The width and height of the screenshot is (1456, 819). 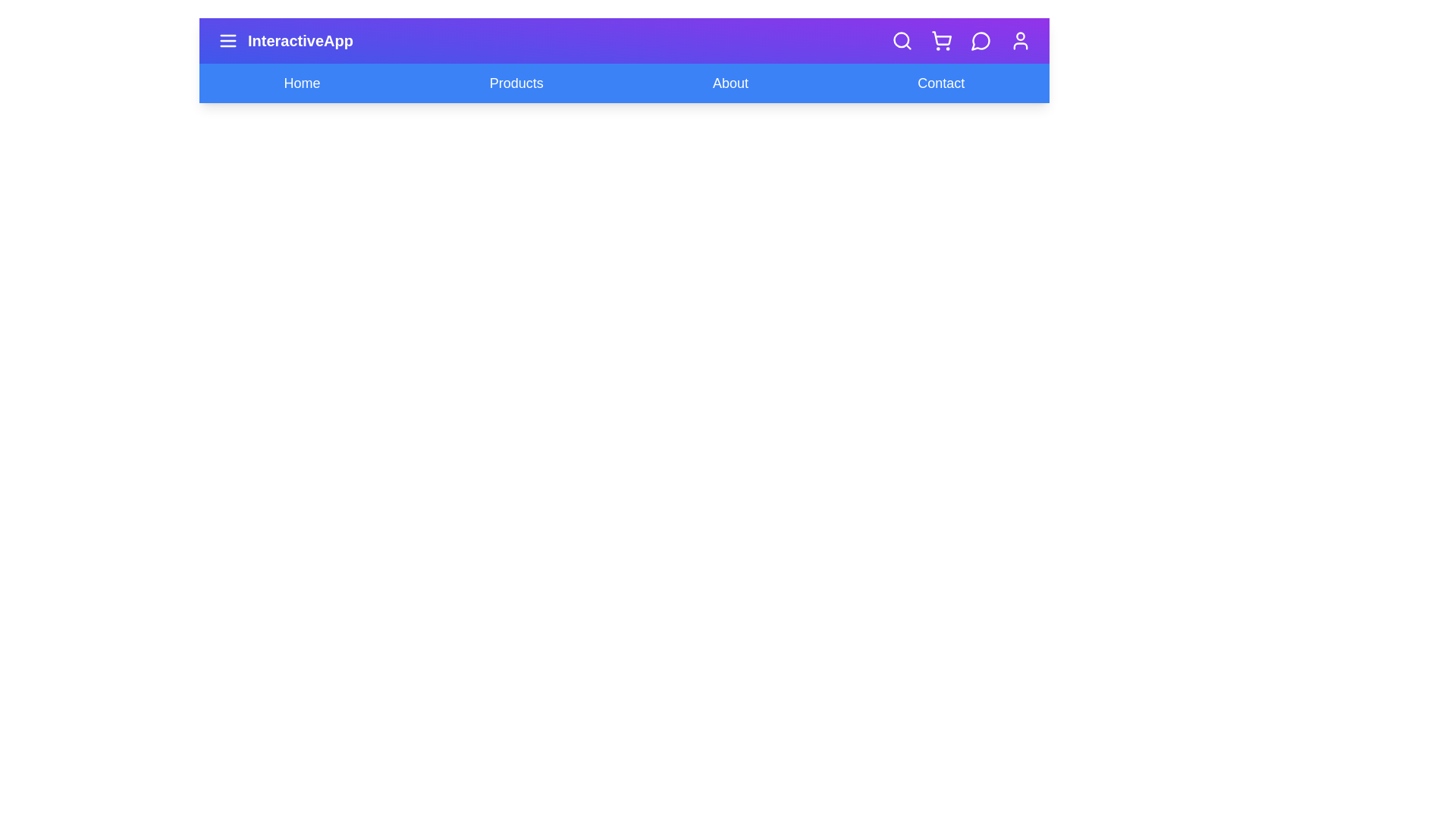 I want to click on the specified icon button: shopping_cart, so click(x=941, y=40).